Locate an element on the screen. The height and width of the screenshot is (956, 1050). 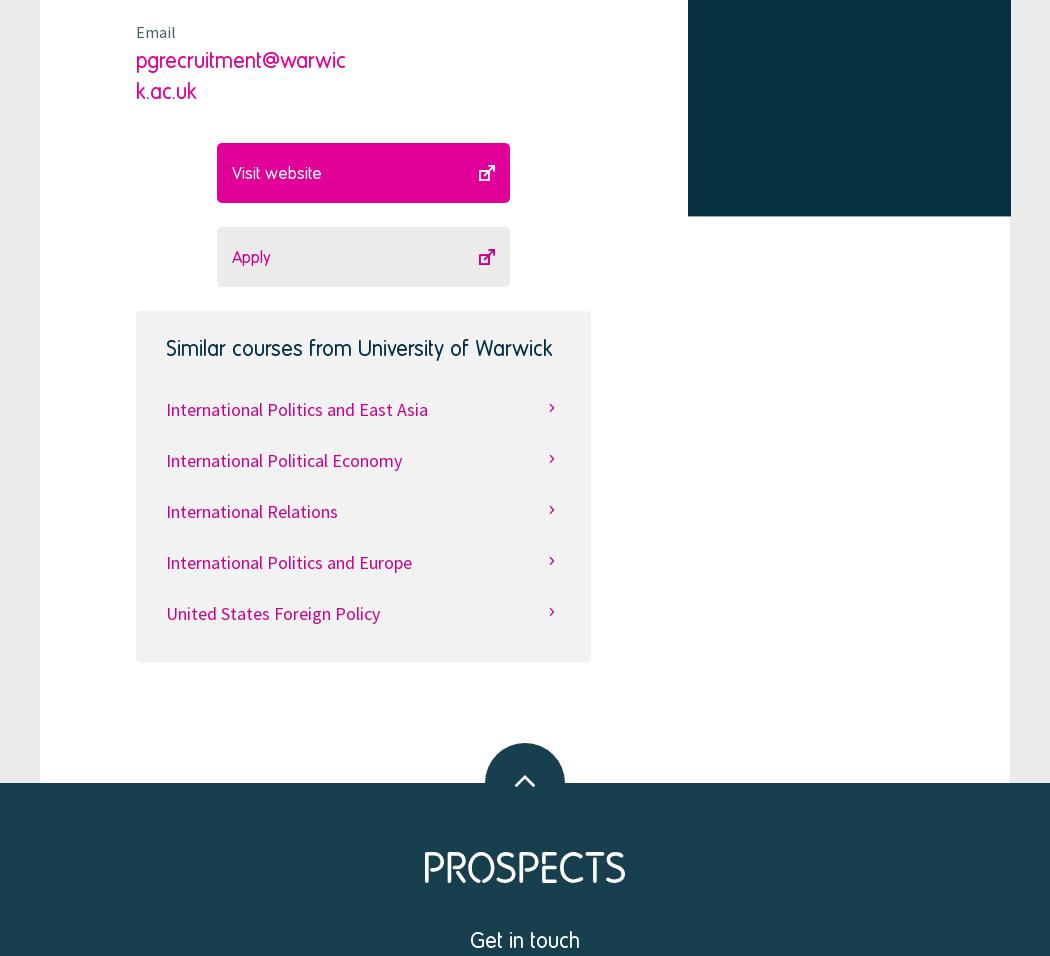
'Email' is located at coordinates (154, 29).